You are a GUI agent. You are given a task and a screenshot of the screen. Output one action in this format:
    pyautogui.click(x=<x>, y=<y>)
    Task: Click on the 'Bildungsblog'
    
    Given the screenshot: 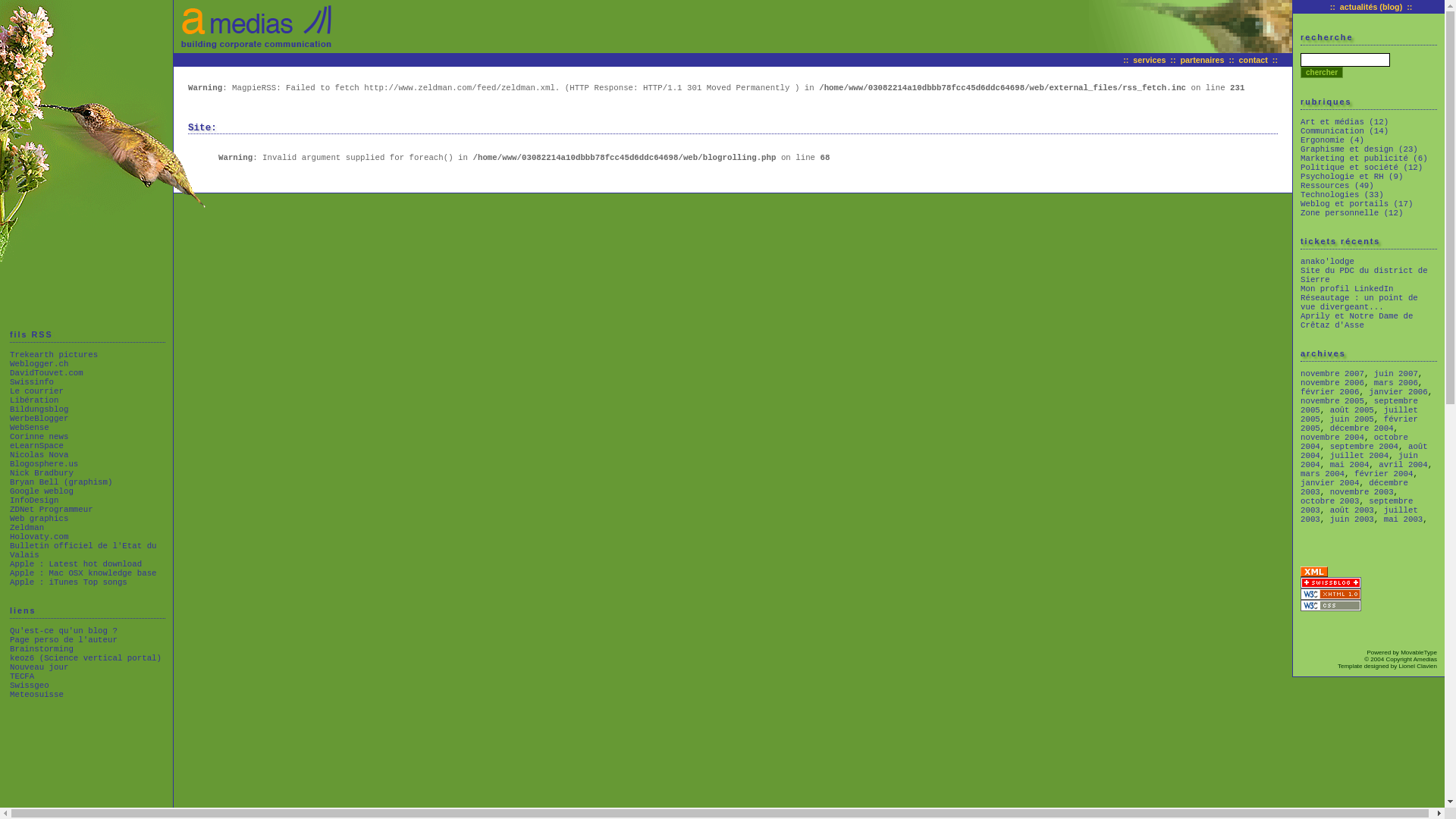 What is the action you would take?
    pyautogui.click(x=39, y=409)
    